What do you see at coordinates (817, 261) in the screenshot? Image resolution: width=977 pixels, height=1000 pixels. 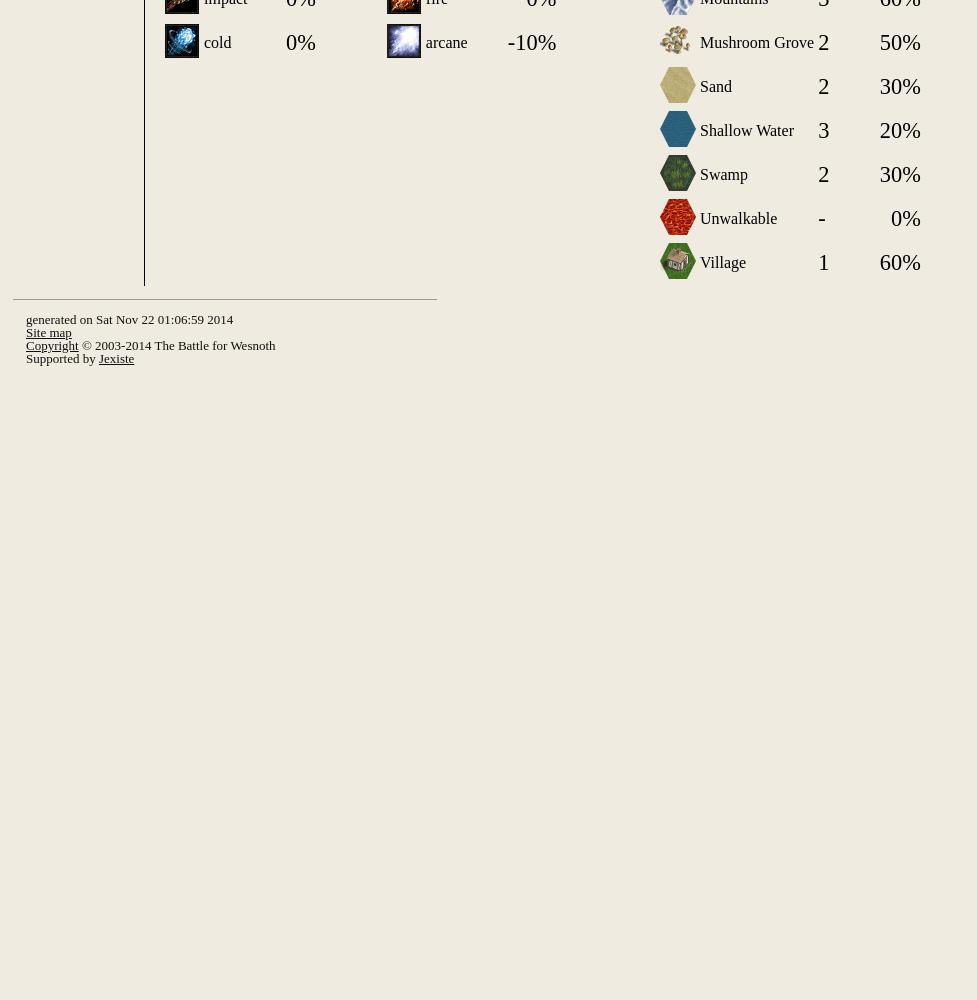 I see `'1'` at bounding box center [817, 261].